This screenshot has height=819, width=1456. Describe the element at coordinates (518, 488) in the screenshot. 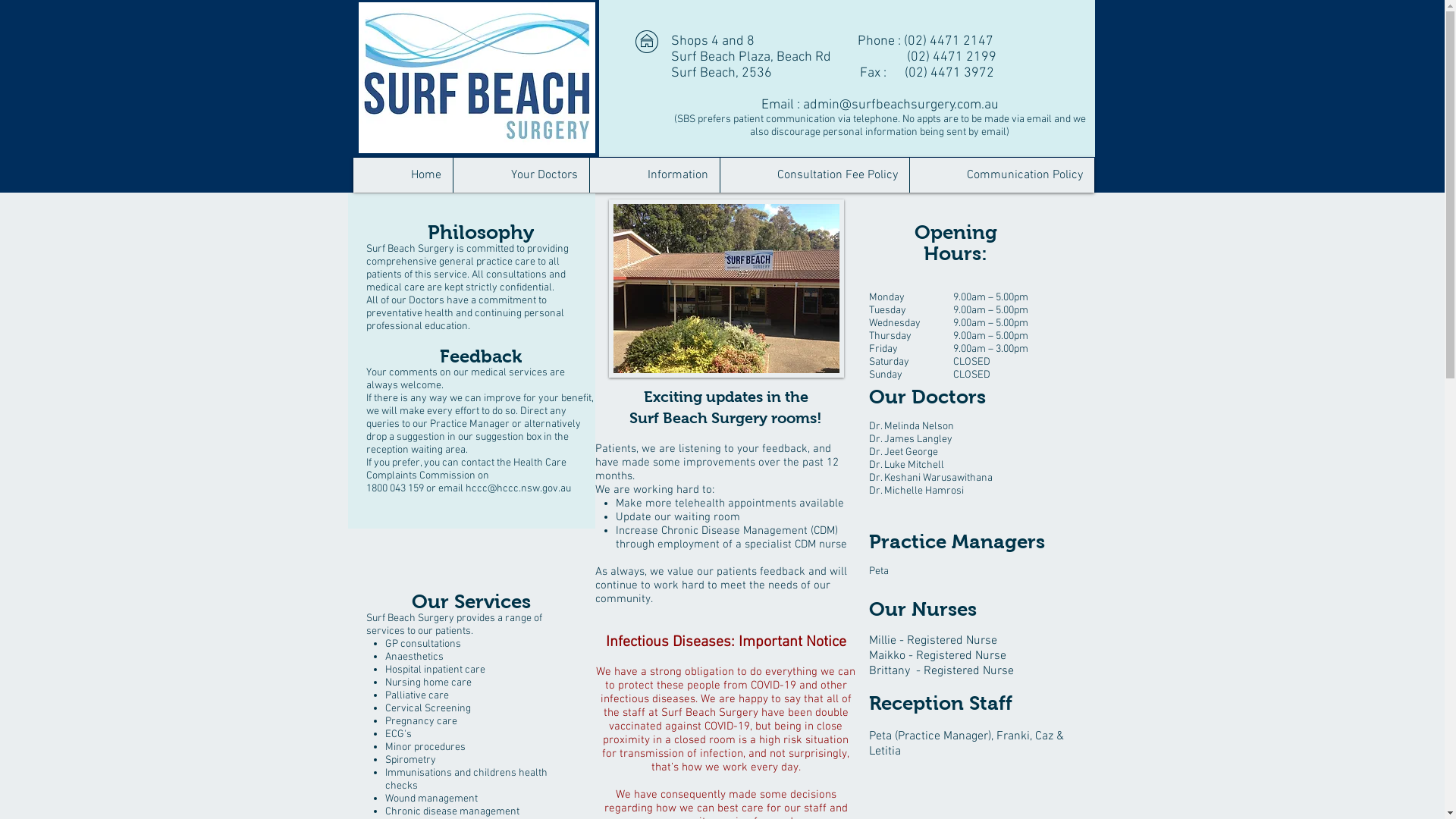

I see `'hccc@hccc.nsw.gov.au'` at that location.